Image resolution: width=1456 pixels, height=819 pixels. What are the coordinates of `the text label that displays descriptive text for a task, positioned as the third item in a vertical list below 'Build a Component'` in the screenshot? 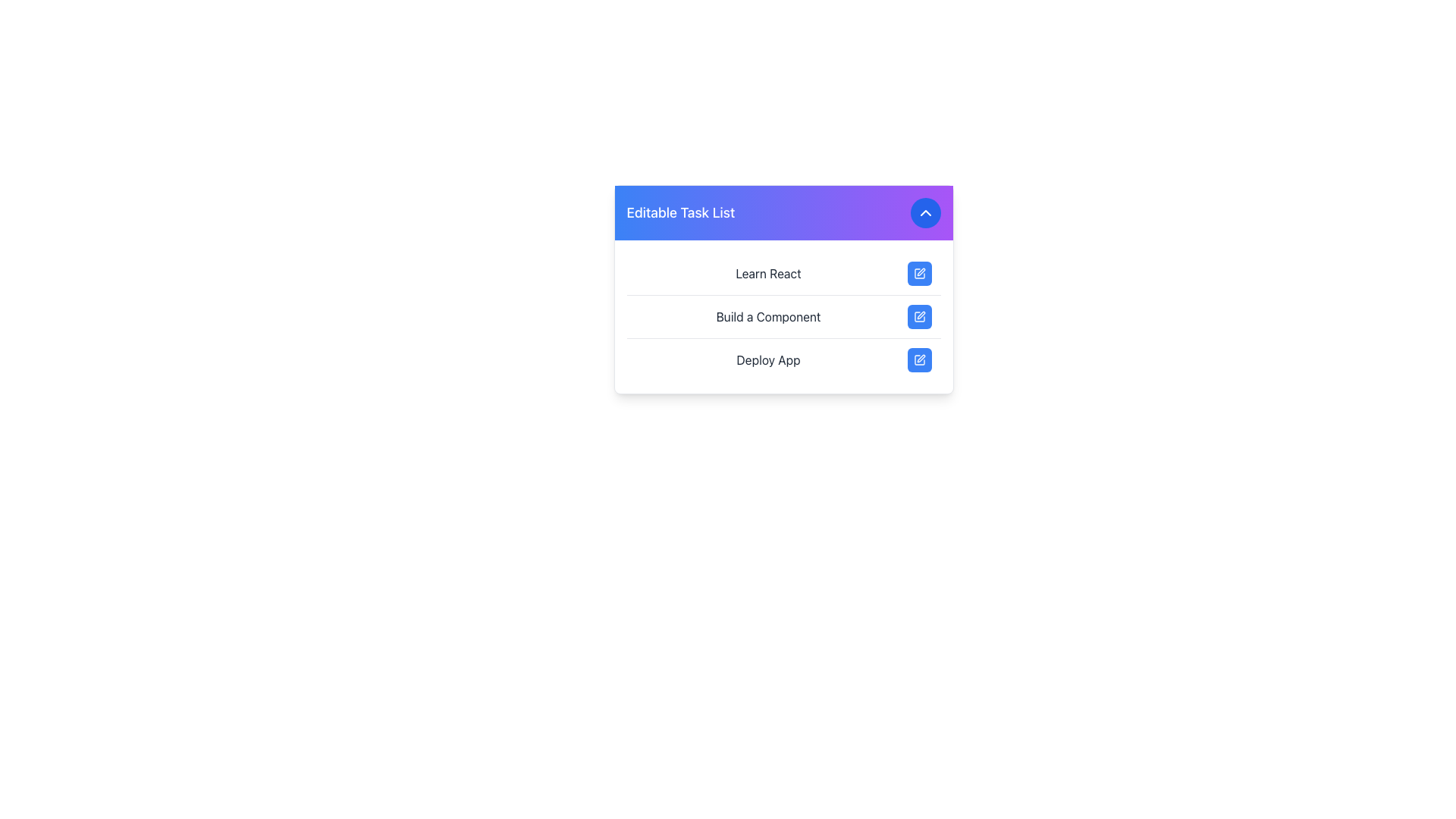 It's located at (768, 359).